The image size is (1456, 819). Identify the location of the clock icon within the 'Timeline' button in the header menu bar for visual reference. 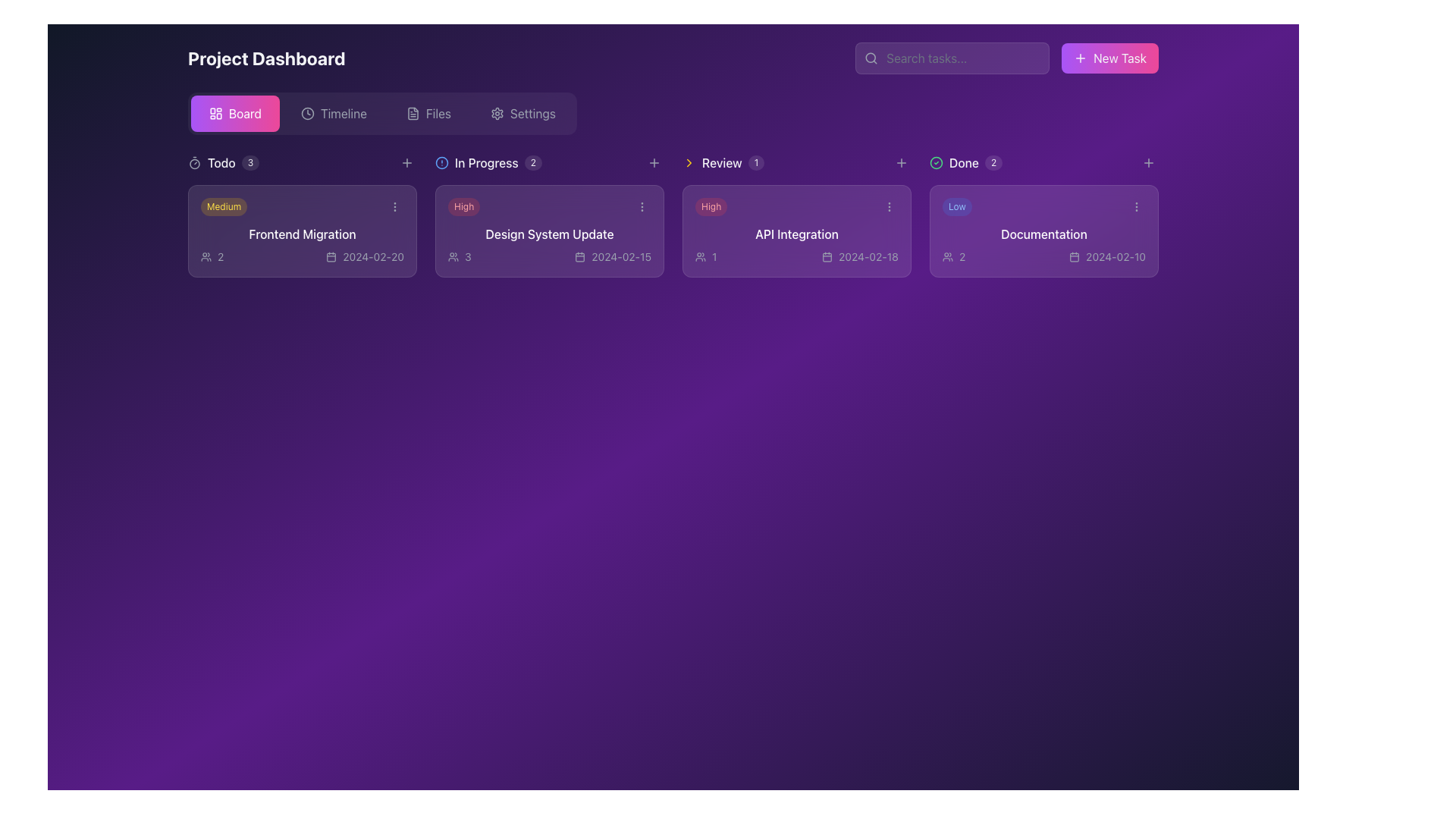
(306, 113).